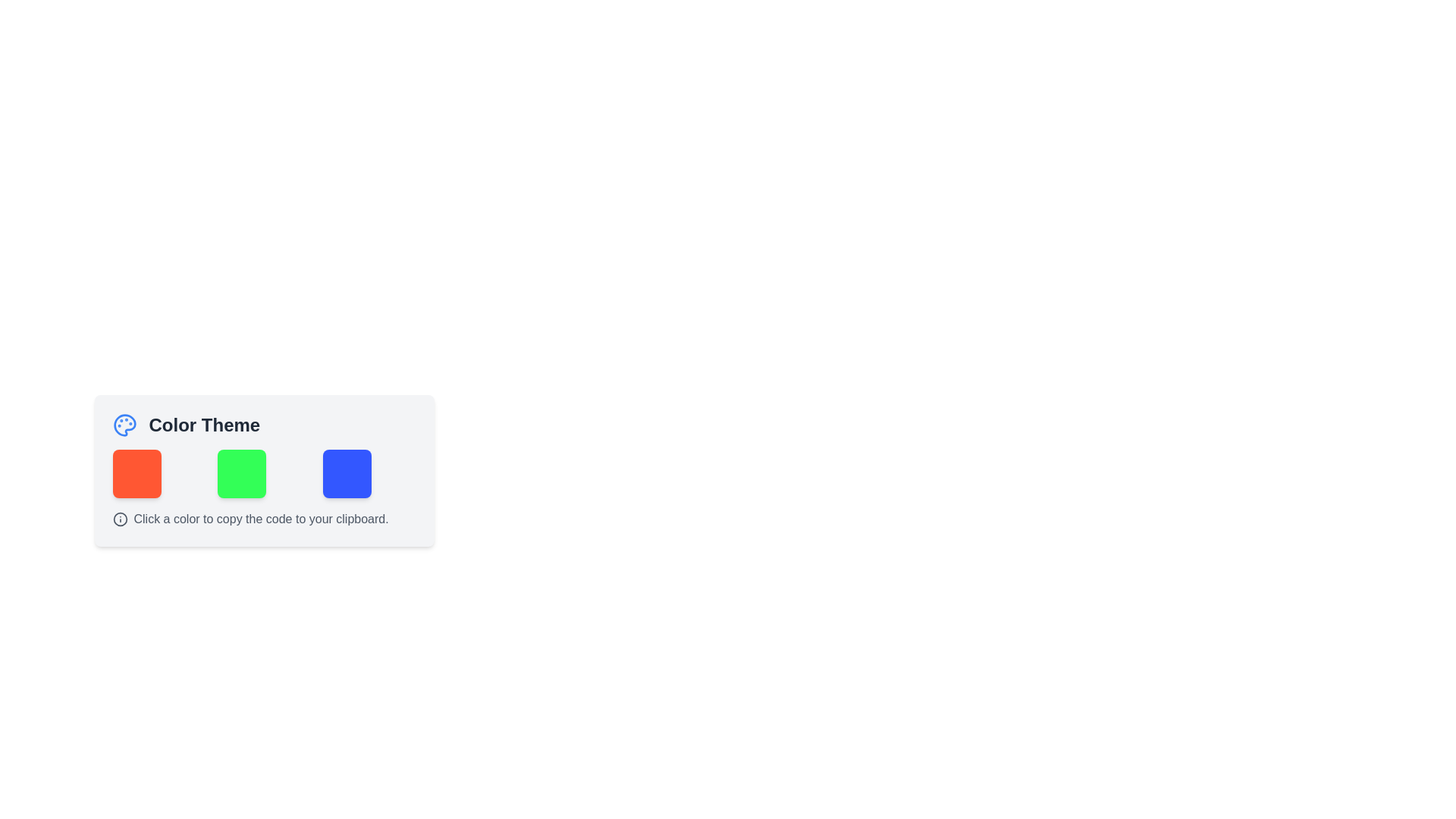  I want to click on the color blocks in the Fixed overlay panel titled 'Color Theme' to copy the color code, so click(264, 491).